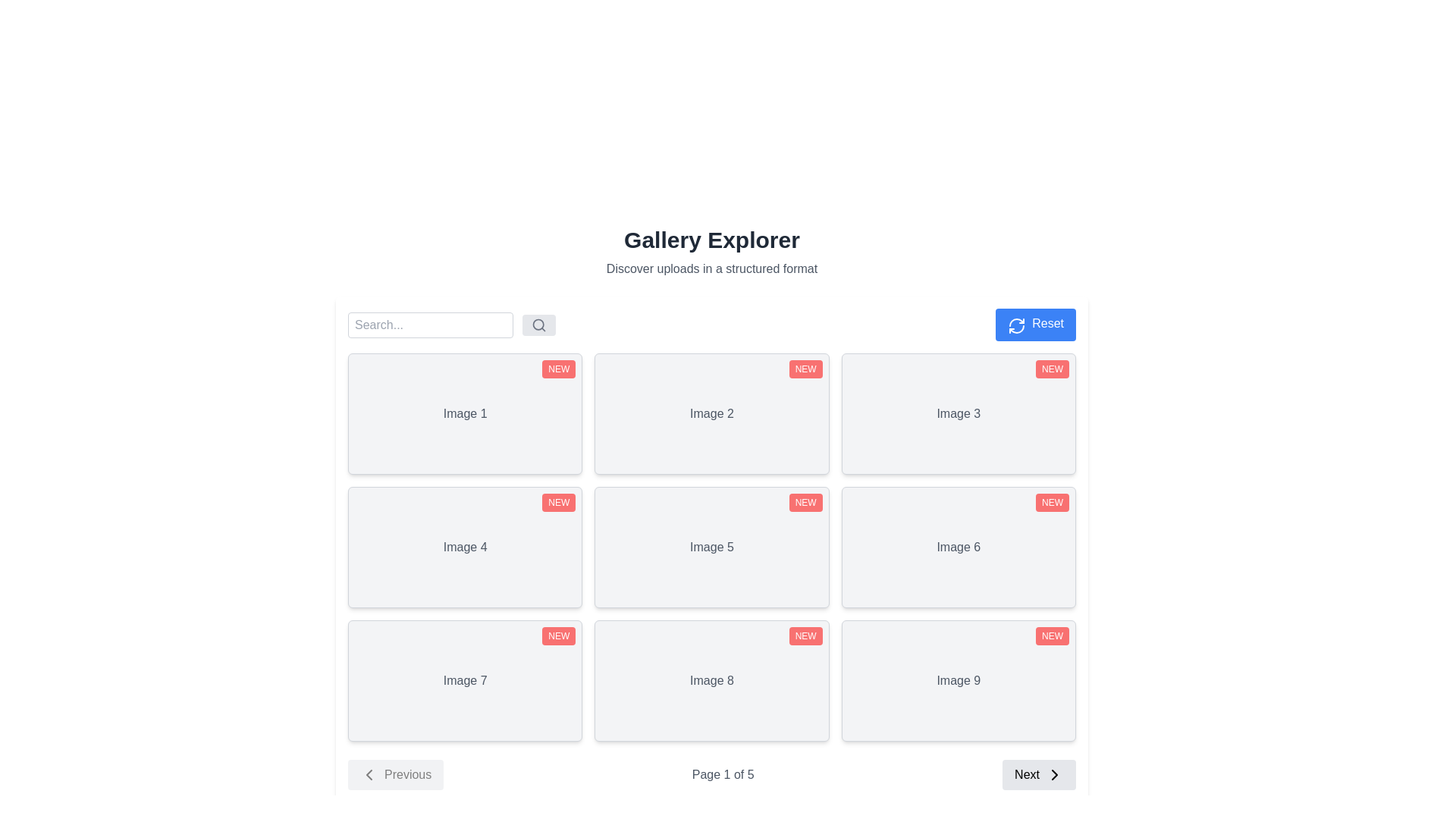 The width and height of the screenshot is (1456, 819). What do you see at coordinates (958, 414) in the screenshot?
I see `the Text label that displays 'Image 3', which is located in the third tile of the first row in a 3x3 grid layout in the gallery interface` at bounding box center [958, 414].